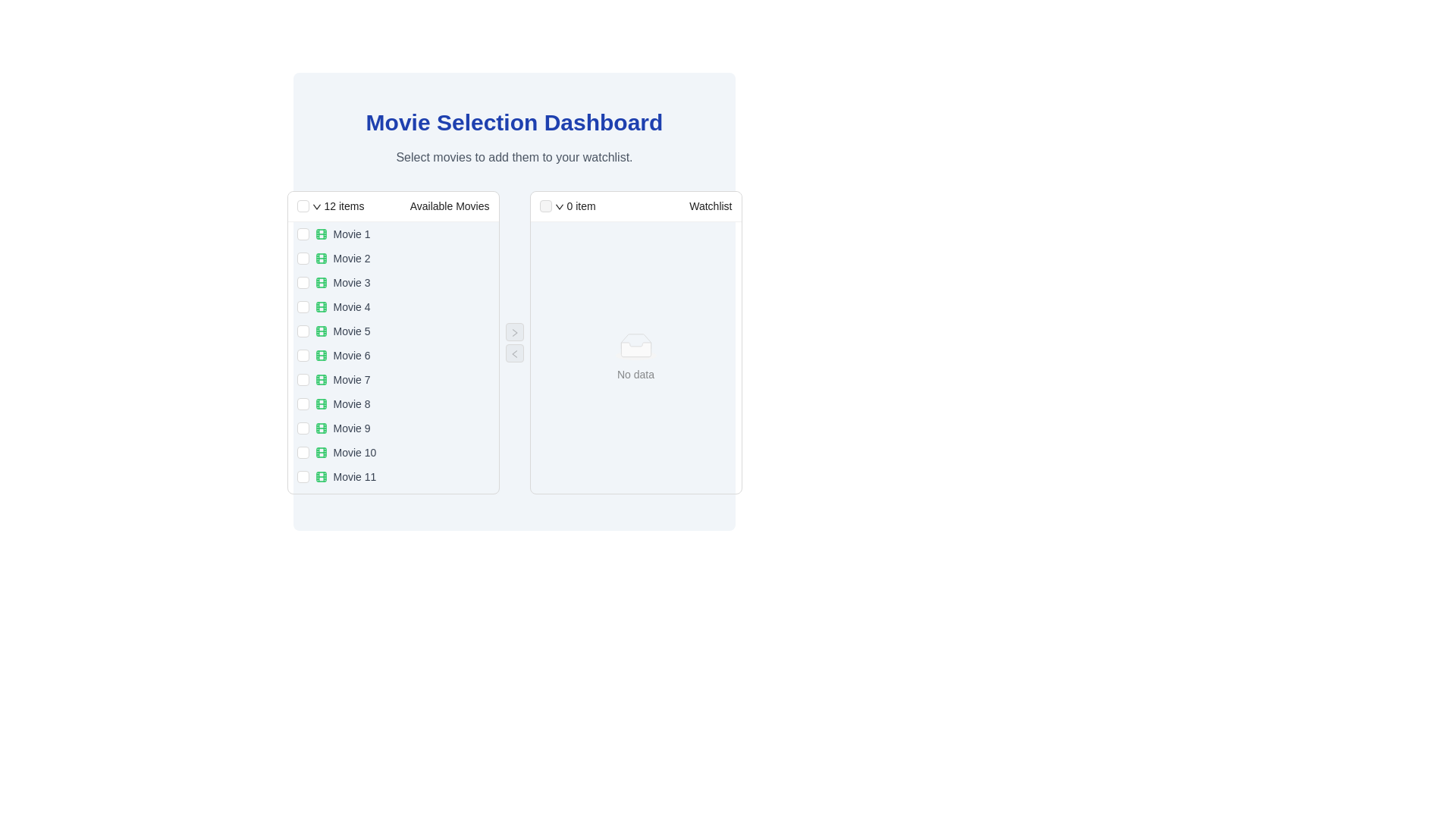 The height and width of the screenshot is (819, 1456). Describe the element at coordinates (320, 257) in the screenshot. I see `the movie icon representing 'Movie 2' in the 'Available Movies' list, located immediately to the left of the text` at that location.